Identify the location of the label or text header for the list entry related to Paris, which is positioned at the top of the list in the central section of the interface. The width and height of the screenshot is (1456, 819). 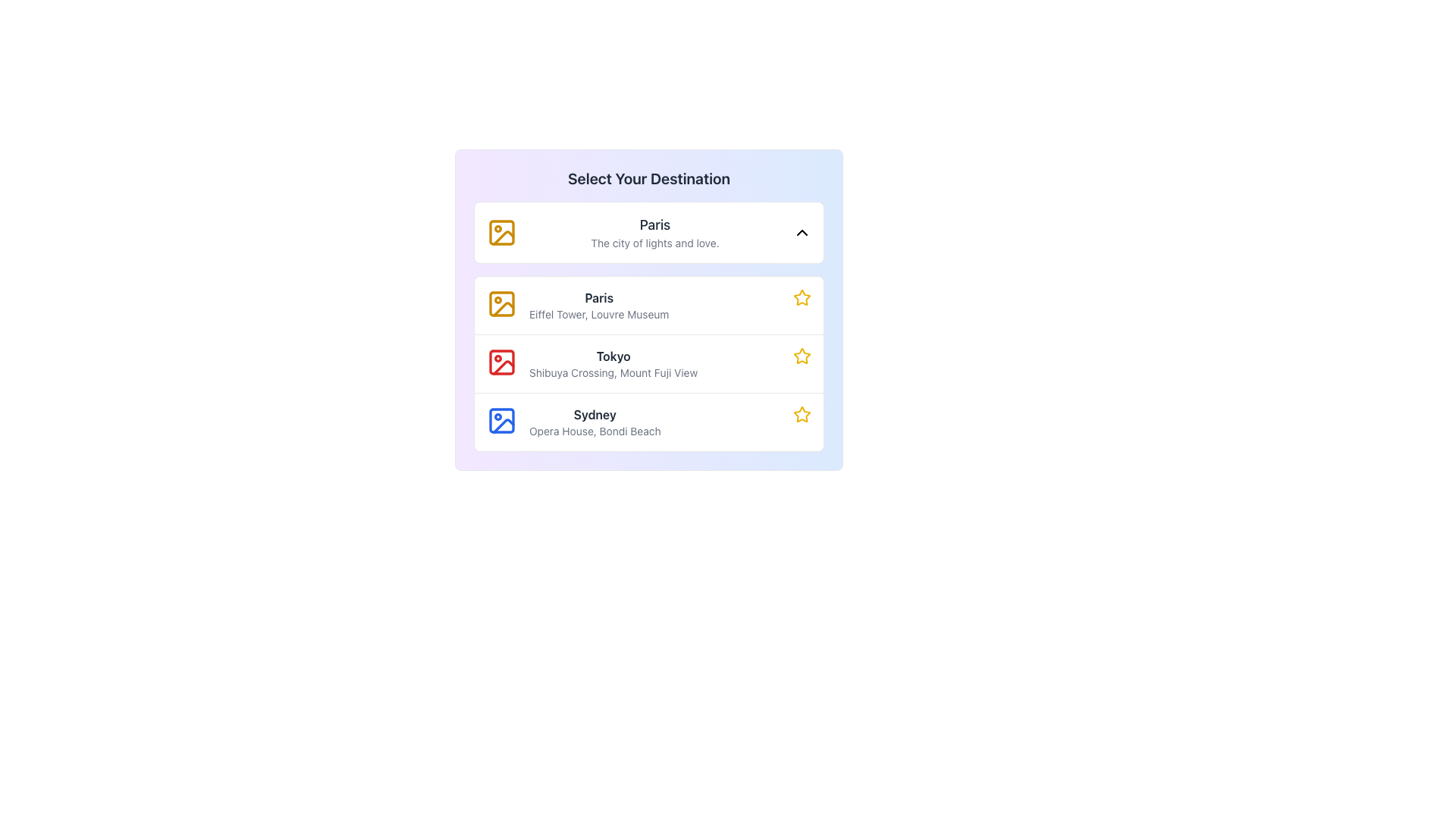
(655, 225).